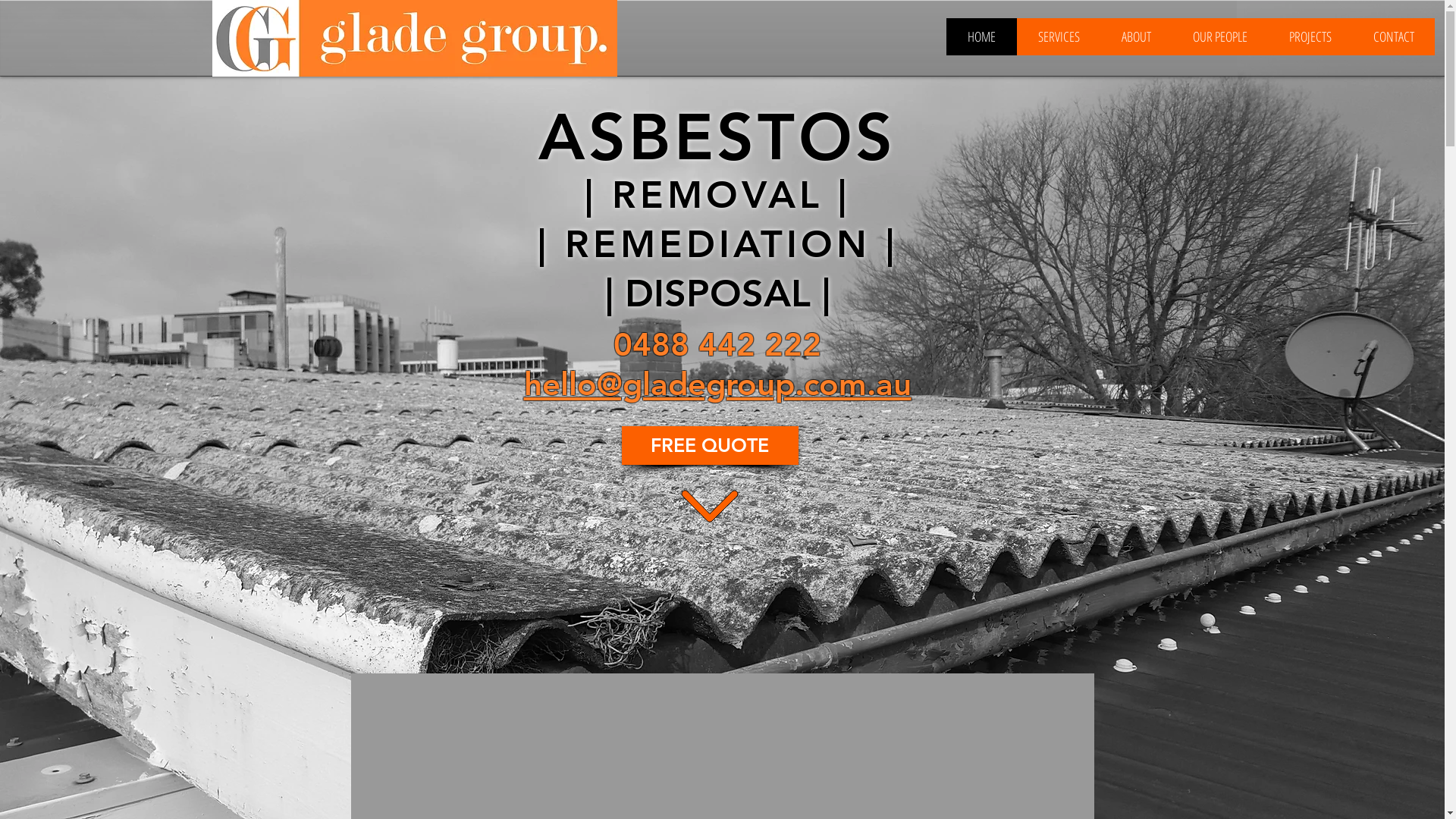 Image resolution: width=1456 pixels, height=819 pixels. I want to click on 'CONTACT', so click(1351, 36).